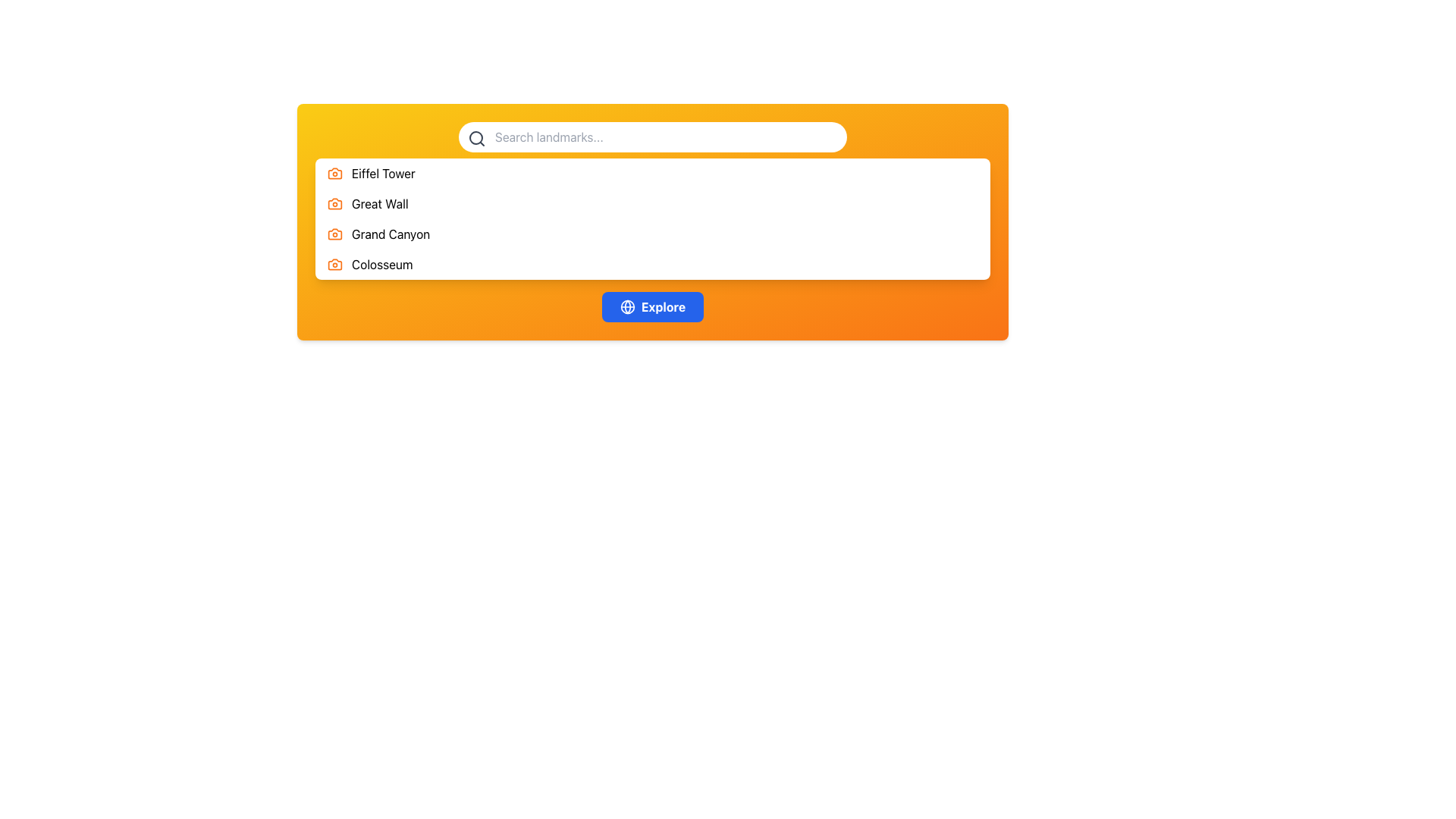 Image resolution: width=1456 pixels, height=819 pixels. What do you see at coordinates (380, 203) in the screenshot?
I see `the 'Great Wall' text label in the drop-down menu, which is the second item in a vertical list of four options, located beneath 'Eiffel Tower' and above 'Grand Canyon'` at bounding box center [380, 203].